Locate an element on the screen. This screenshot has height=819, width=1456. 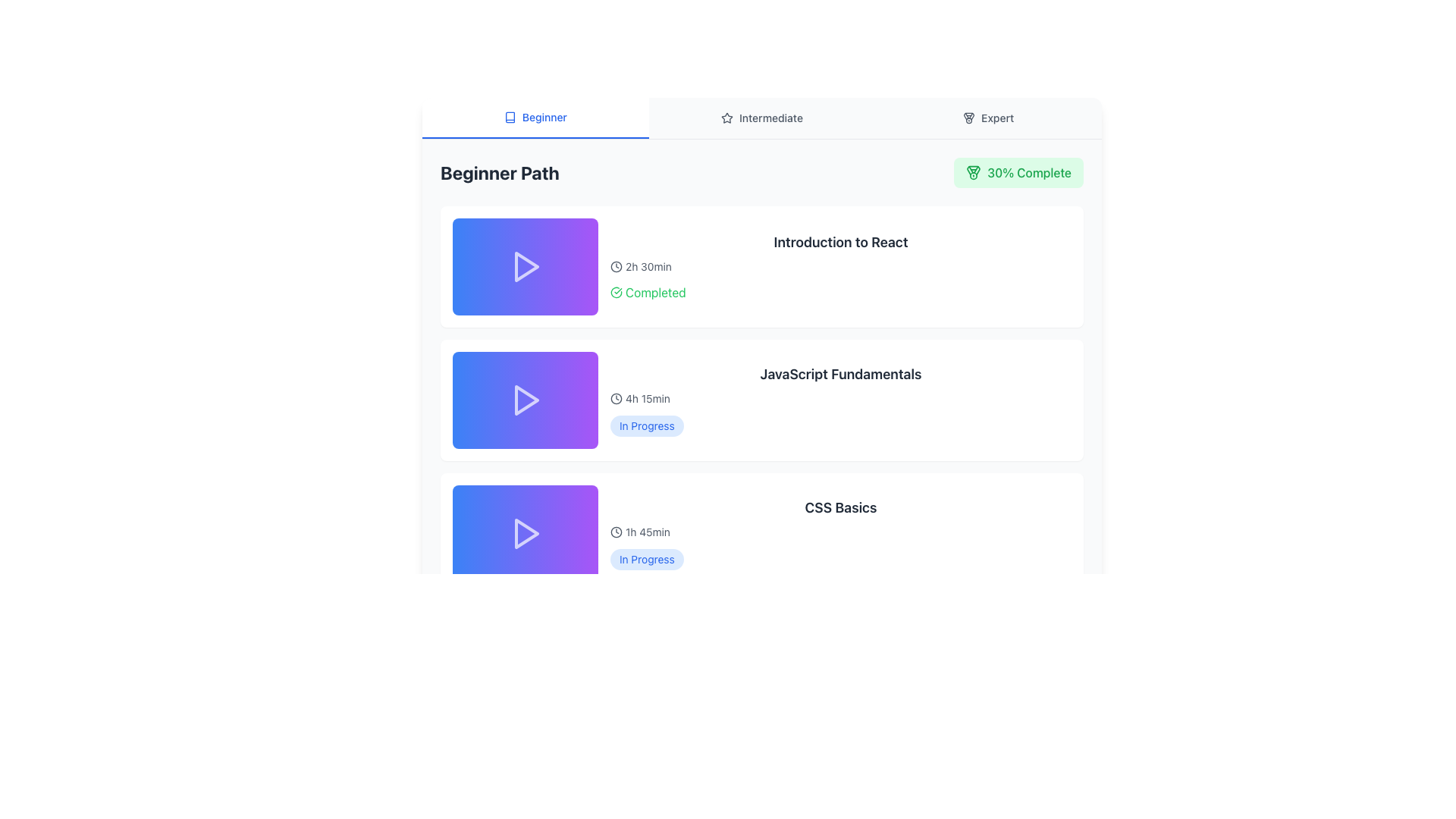
the clock icon representing the duration of '4h 15min' in the 'JavaScript Fundamentals' card is located at coordinates (616, 397).